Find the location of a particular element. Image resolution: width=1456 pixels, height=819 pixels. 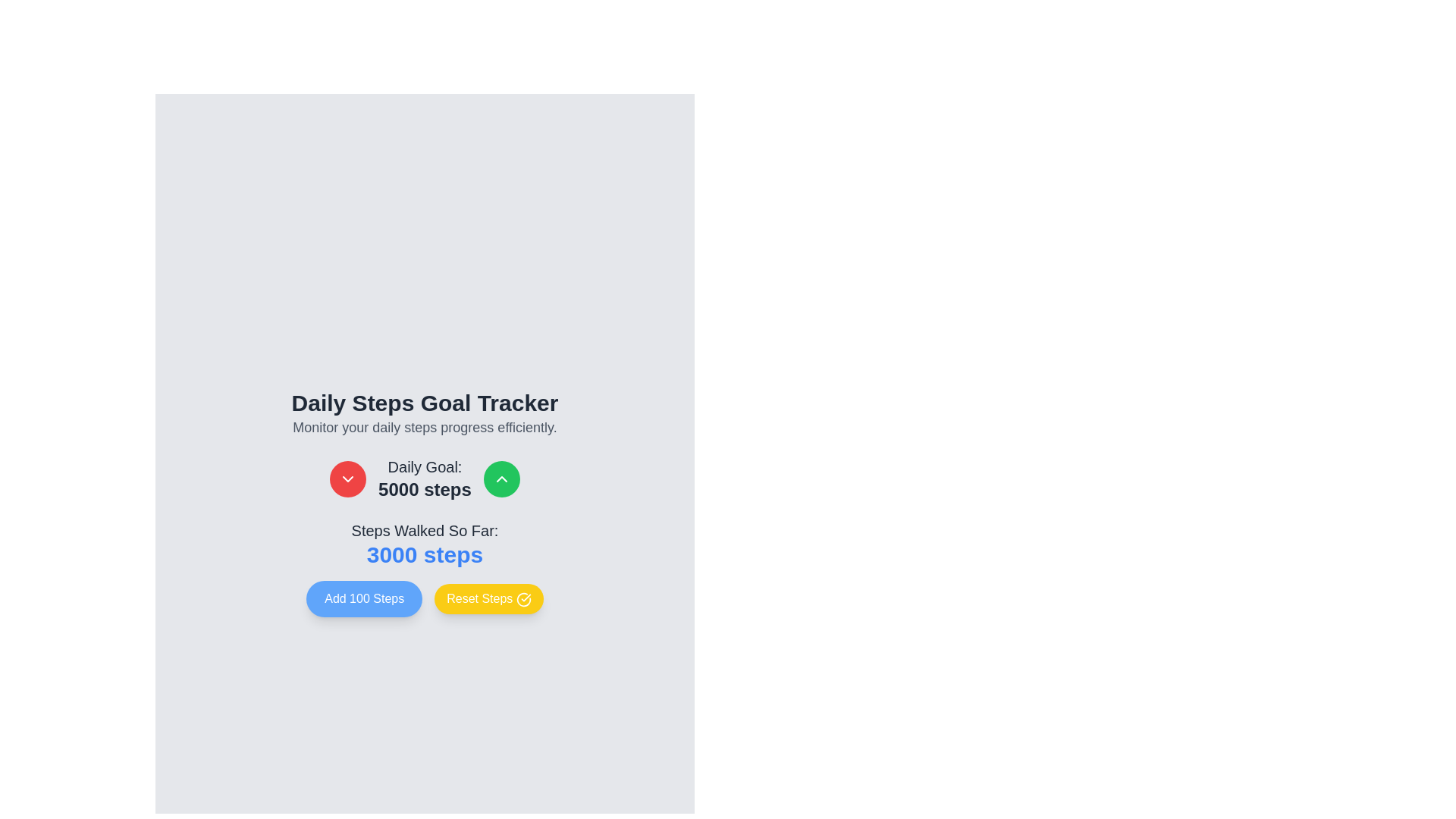

the upward increment icon located in the middle of the green button to the right of the 'Daily Goal: 5000 steps' text is located at coordinates (501, 479).